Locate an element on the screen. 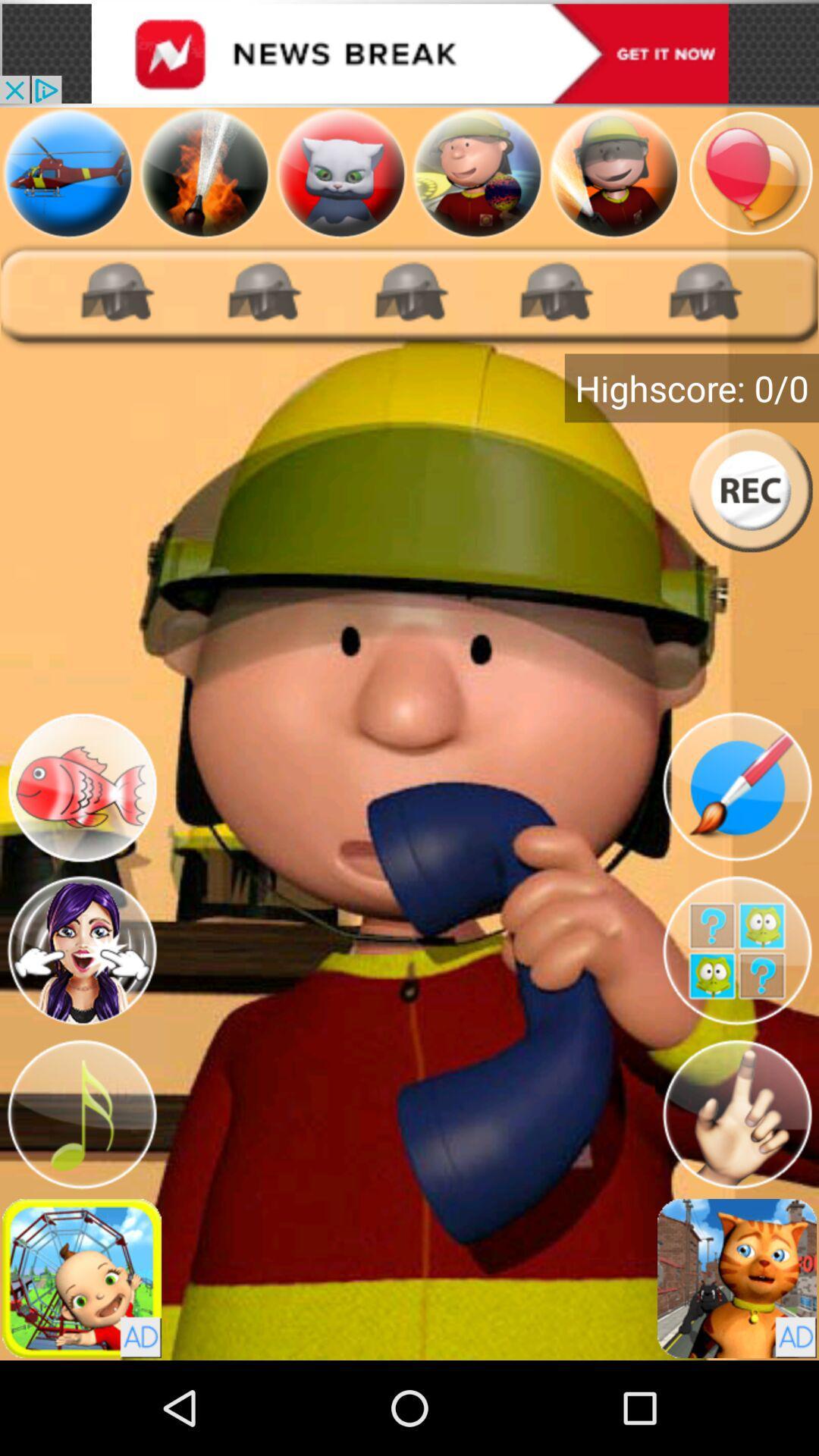 Image resolution: width=819 pixels, height=1456 pixels. link in advertisement is located at coordinates (409, 53).